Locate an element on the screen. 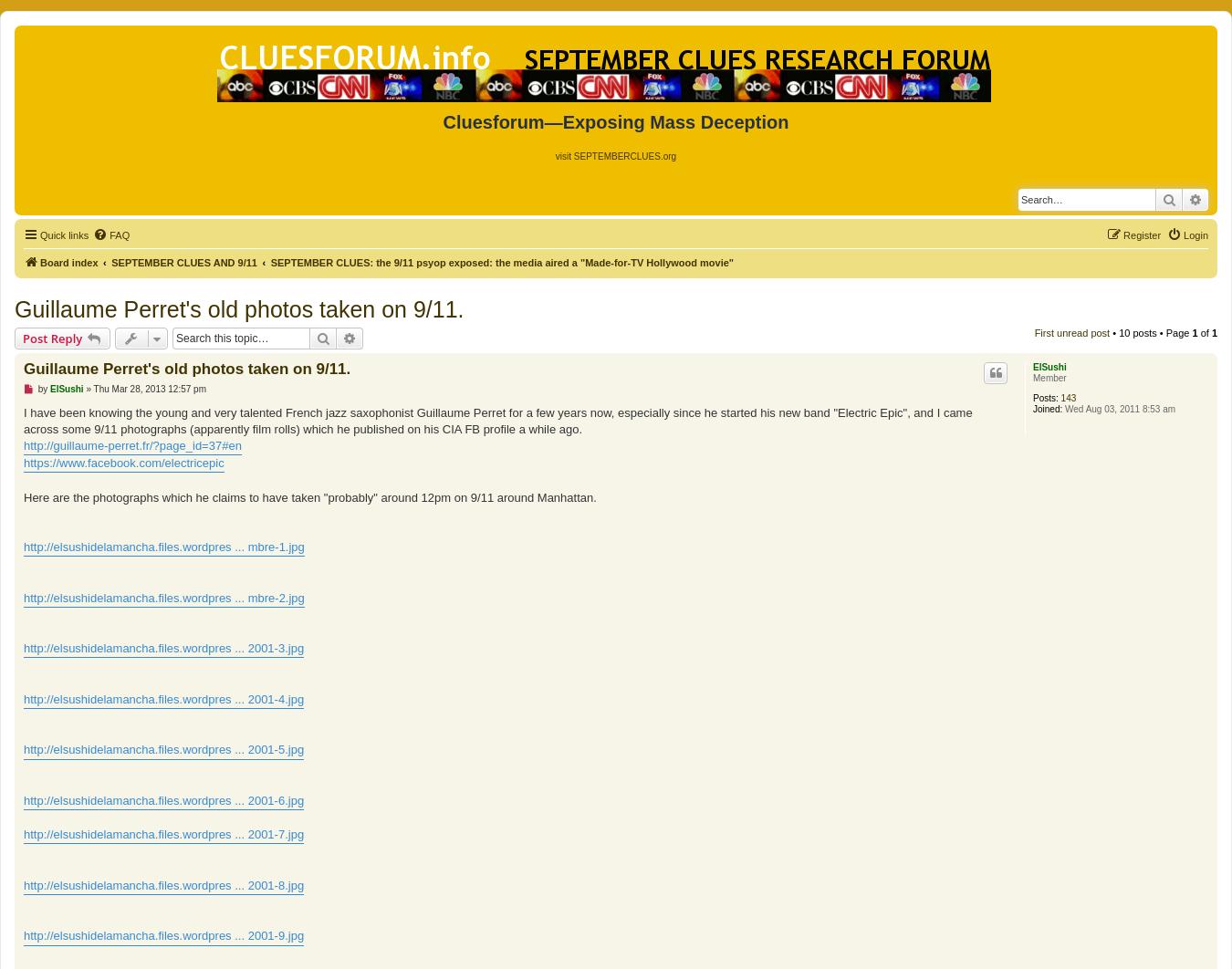 The width and height of the screenshot is (1232, 969). '• 10 posts
• Page' is located at coordinates (1108, 332).